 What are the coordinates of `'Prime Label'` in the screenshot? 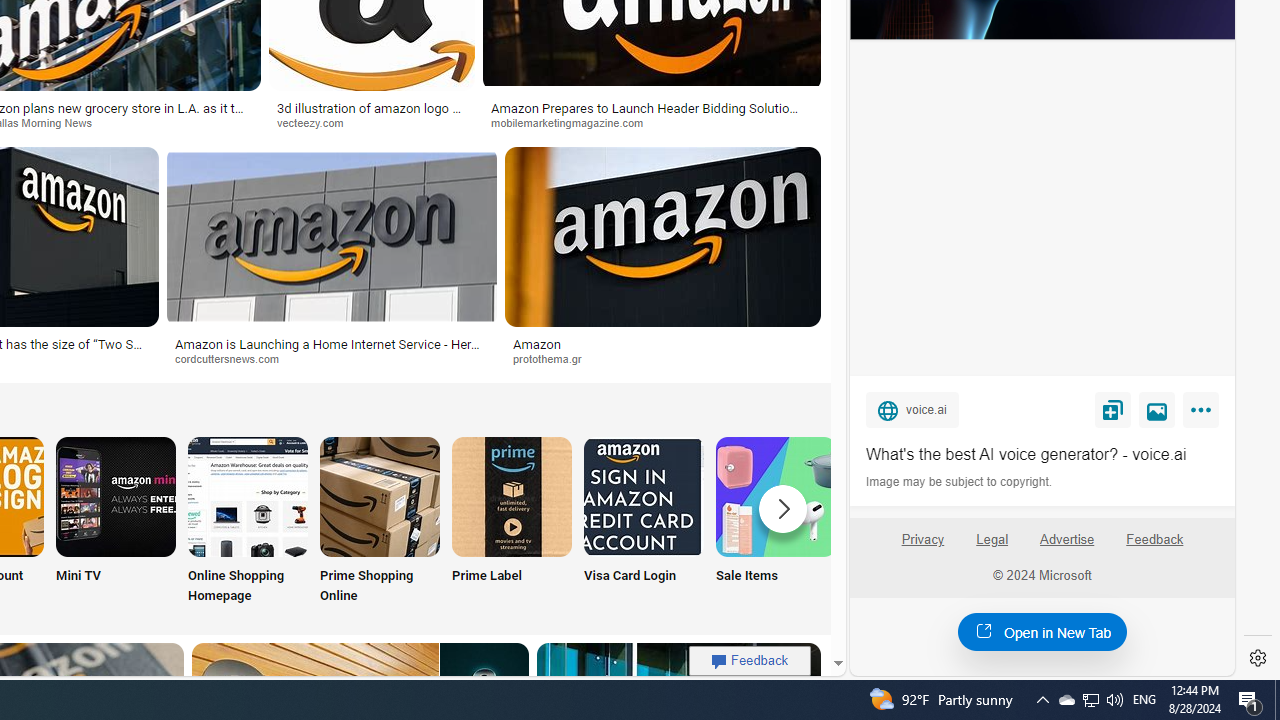 It's located at (512, 521).